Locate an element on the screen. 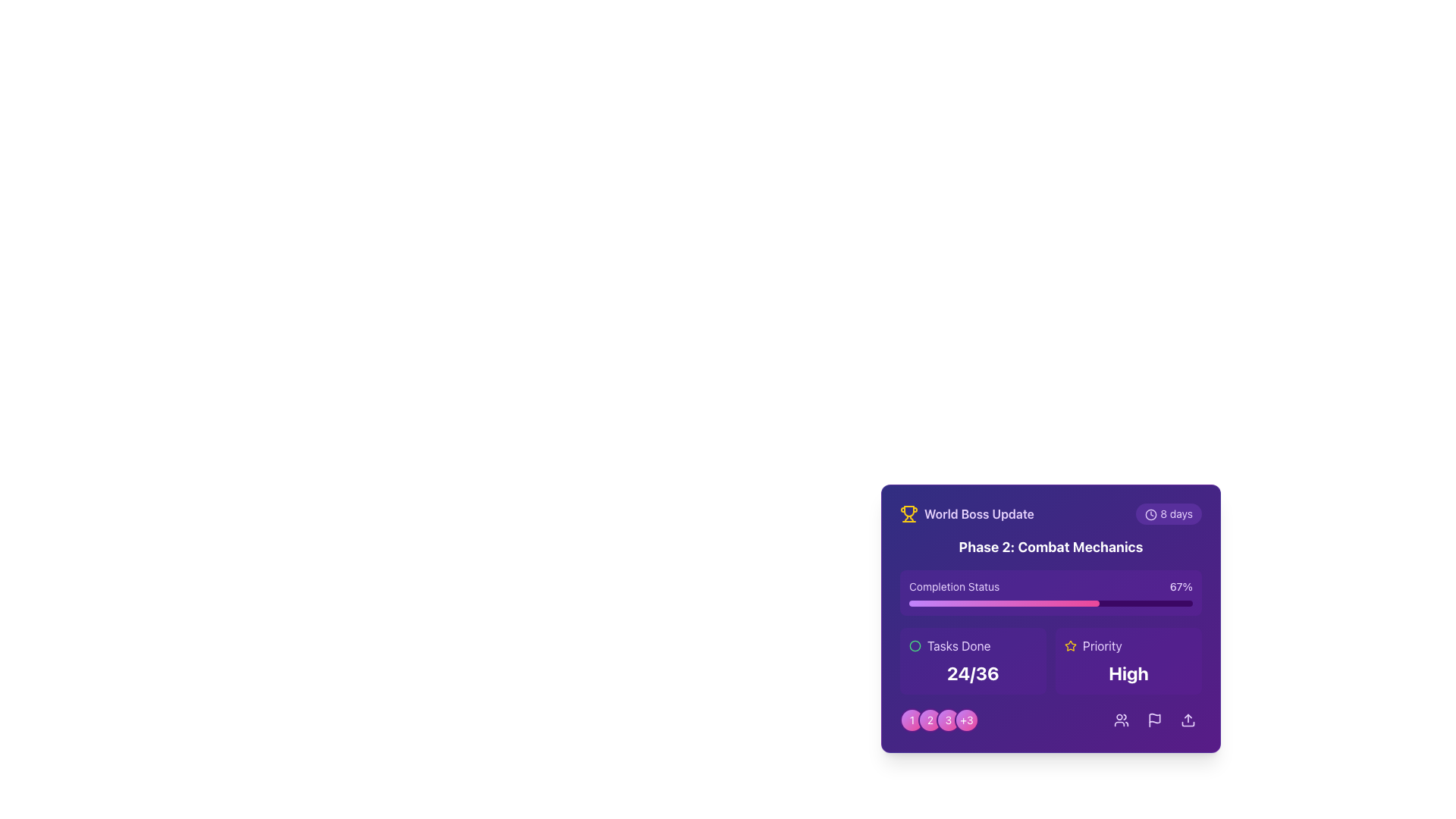 Image resolution: width=1456 pixels, height=819 pixels. the flag icon located at the bottom right corner of the card interface, which features thin strokes and curves typical in vector graphics is located at coordinates (1153, 717).